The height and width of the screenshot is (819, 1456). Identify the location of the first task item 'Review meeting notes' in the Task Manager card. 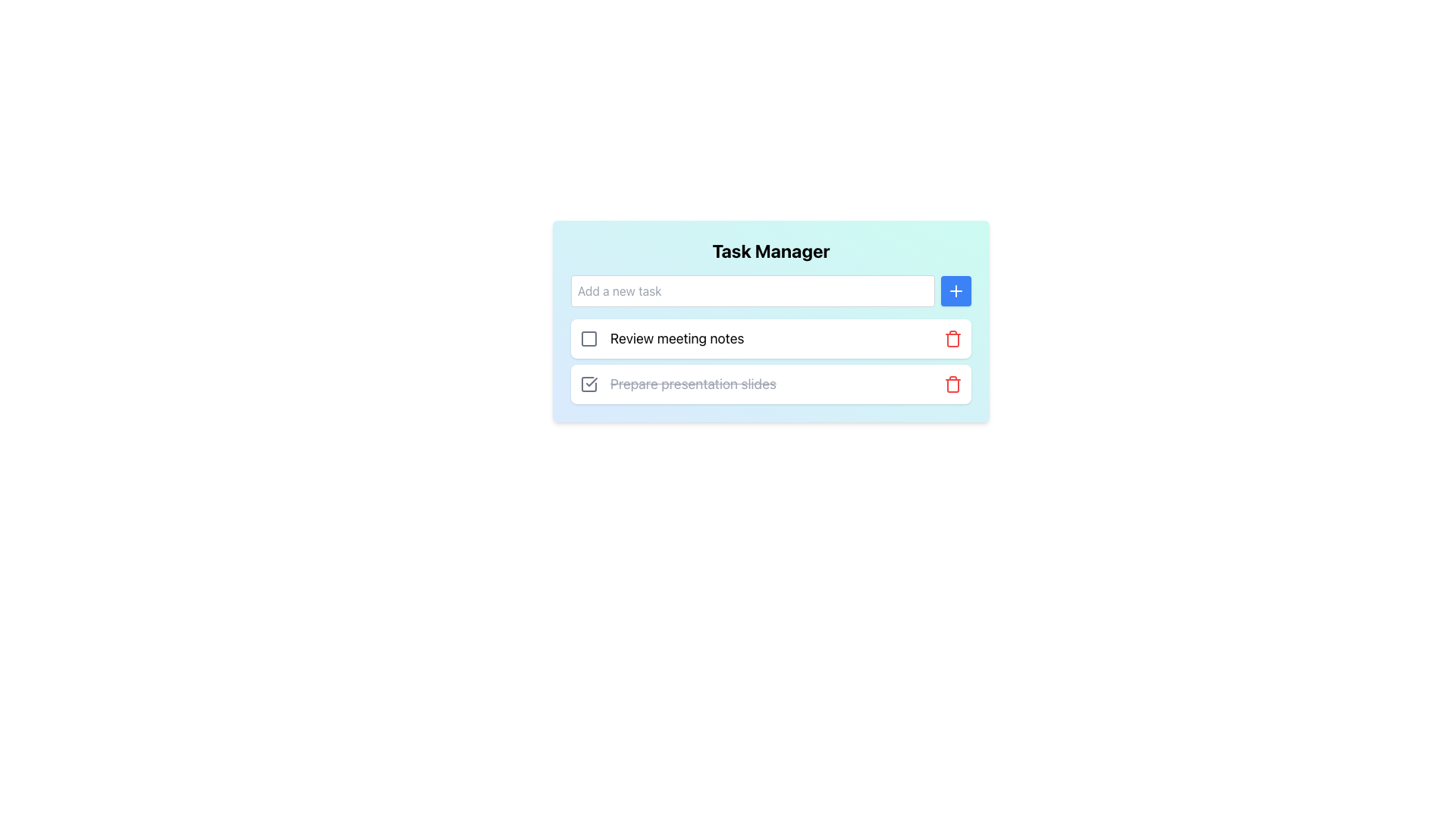
(771, 338).